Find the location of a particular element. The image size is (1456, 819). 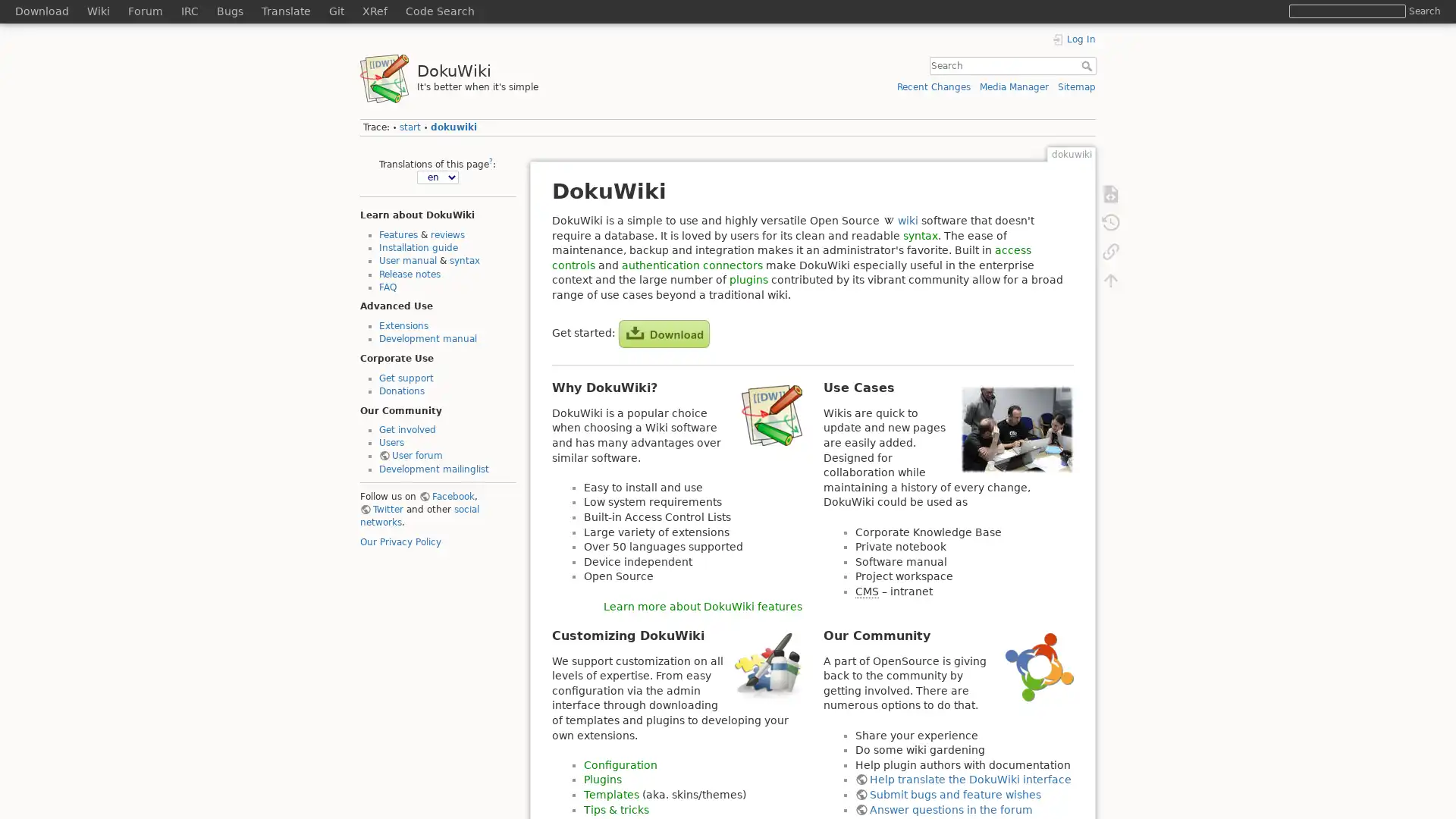

Search is located at coordinates (1087, 65).